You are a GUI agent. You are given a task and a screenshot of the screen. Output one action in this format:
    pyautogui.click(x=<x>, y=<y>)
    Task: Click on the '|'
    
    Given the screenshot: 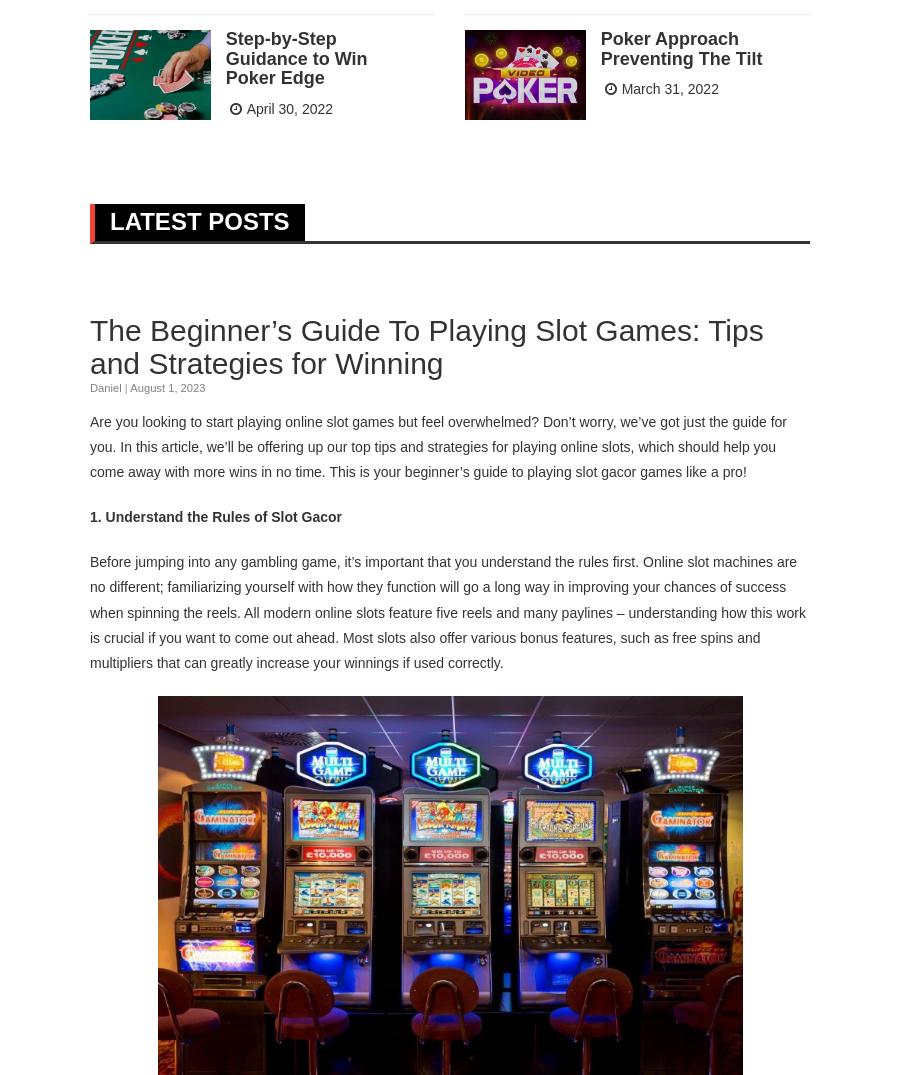 What is the action you would take?
    pyautogui.click(x=125, y=387)
    